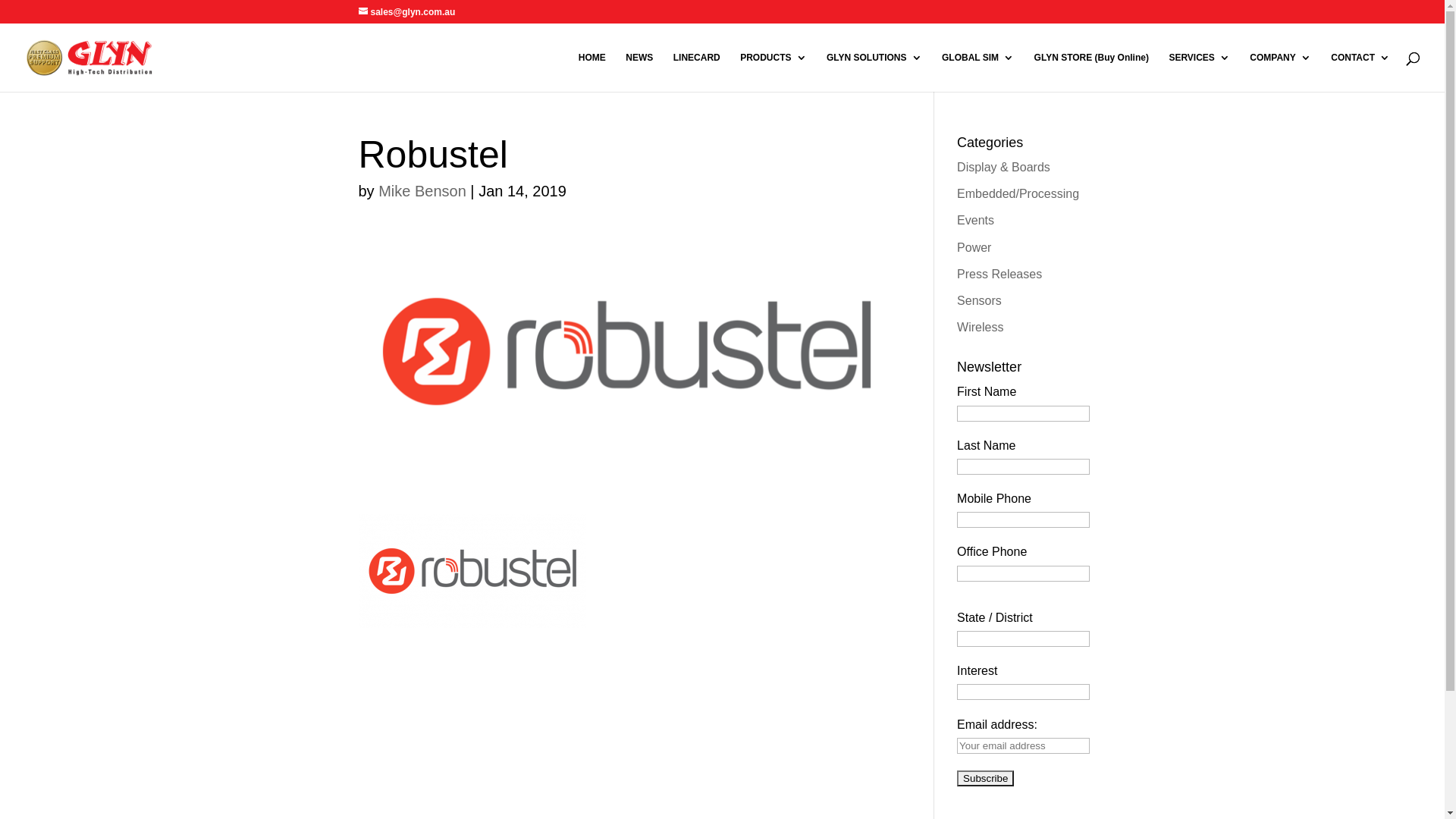 This screenshot has height=819, width=1456. What do you see at coordinates (999, 274) in the screenshot?
I see `'Press Releases'` at bounding box center [999, 274].